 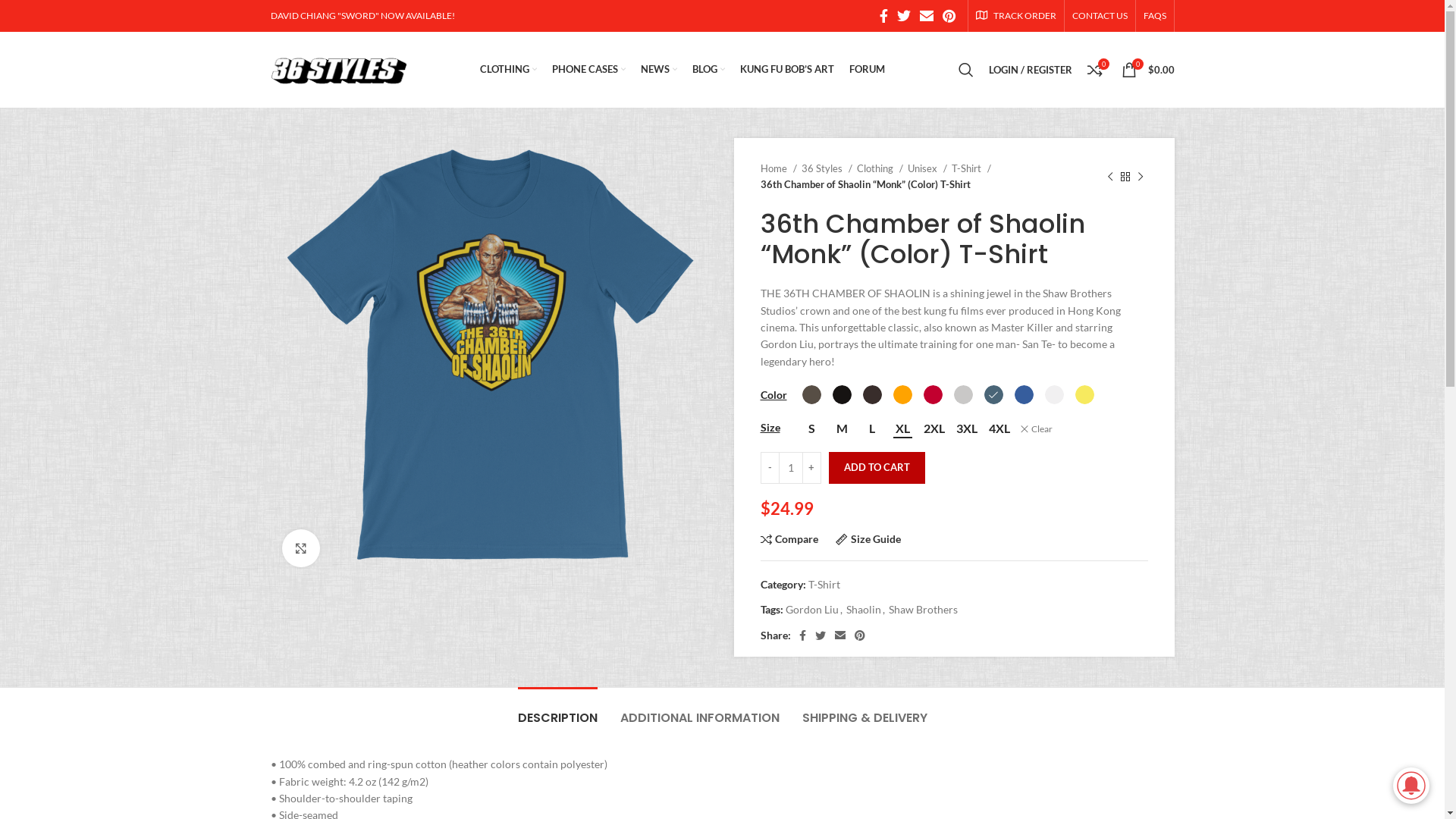 I want to click on 'Clothing', so click(x=880, y=168).